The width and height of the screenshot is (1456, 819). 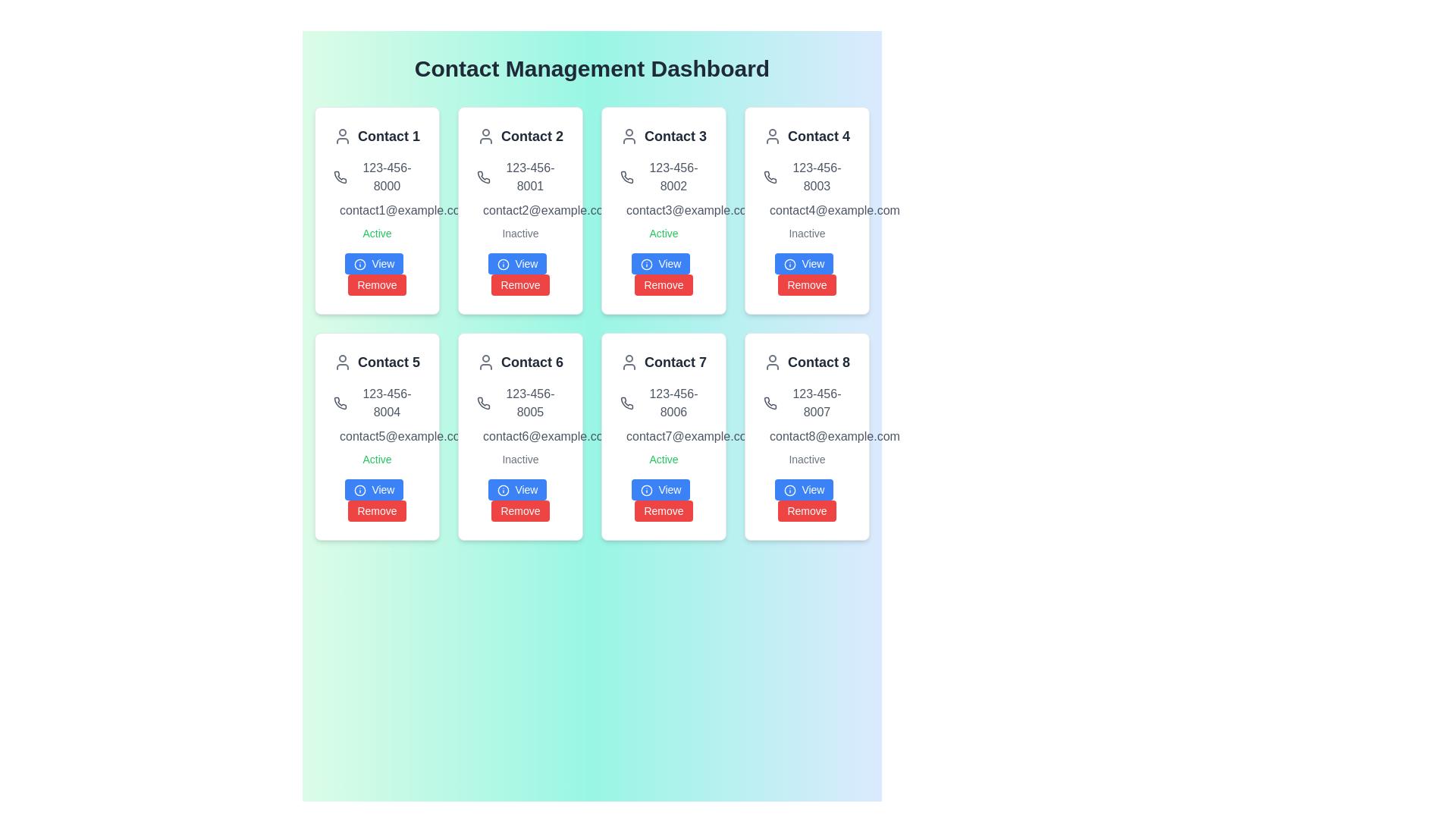 I want to click on the 'view' button located in the 'Contact 7' card, so click(x=661, y=489).